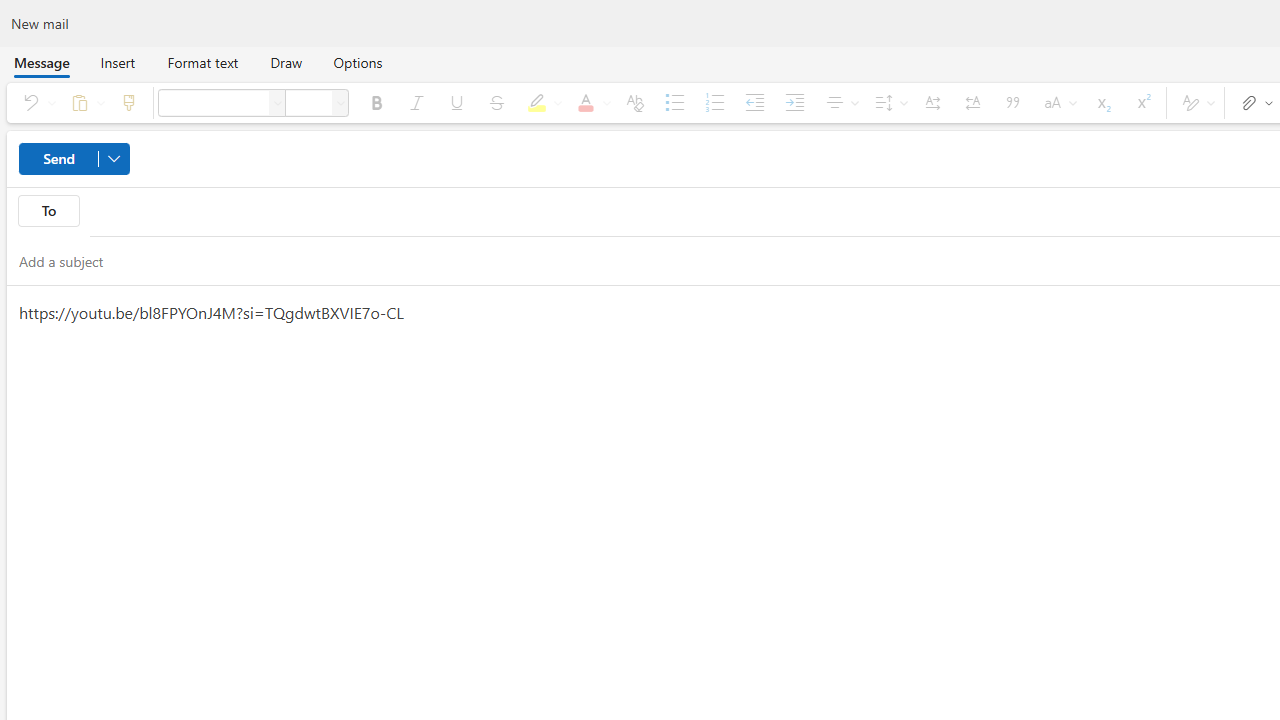 The width and height of the screenshot is (1280, 720). I want to click on 'Subscript', so click(1101, 102).